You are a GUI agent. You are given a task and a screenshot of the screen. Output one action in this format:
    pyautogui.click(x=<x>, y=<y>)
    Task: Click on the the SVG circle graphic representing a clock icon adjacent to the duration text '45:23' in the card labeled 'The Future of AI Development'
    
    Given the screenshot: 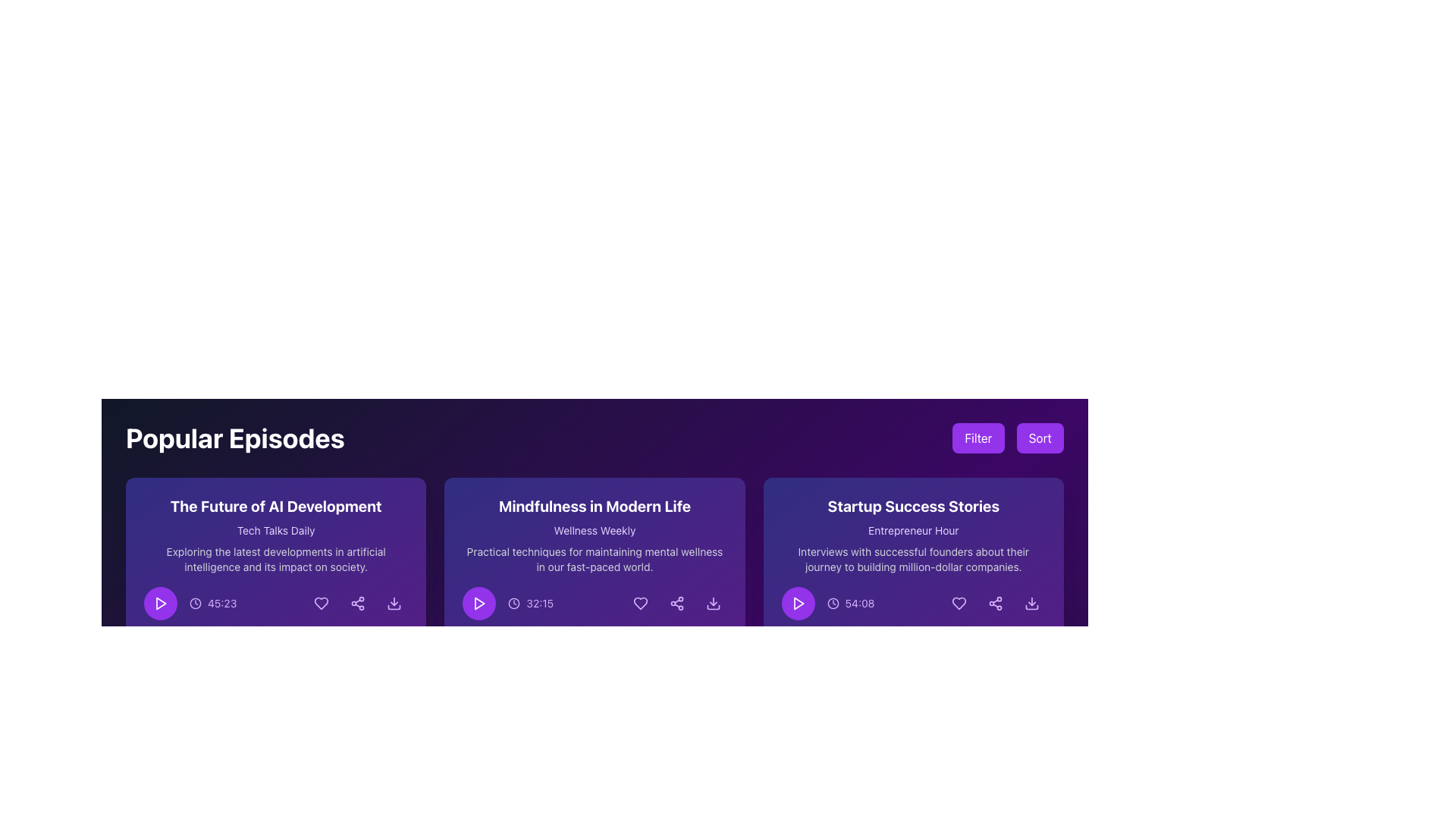 What is the action you would take?
    pyautogui.click(x=195, y=602)
    